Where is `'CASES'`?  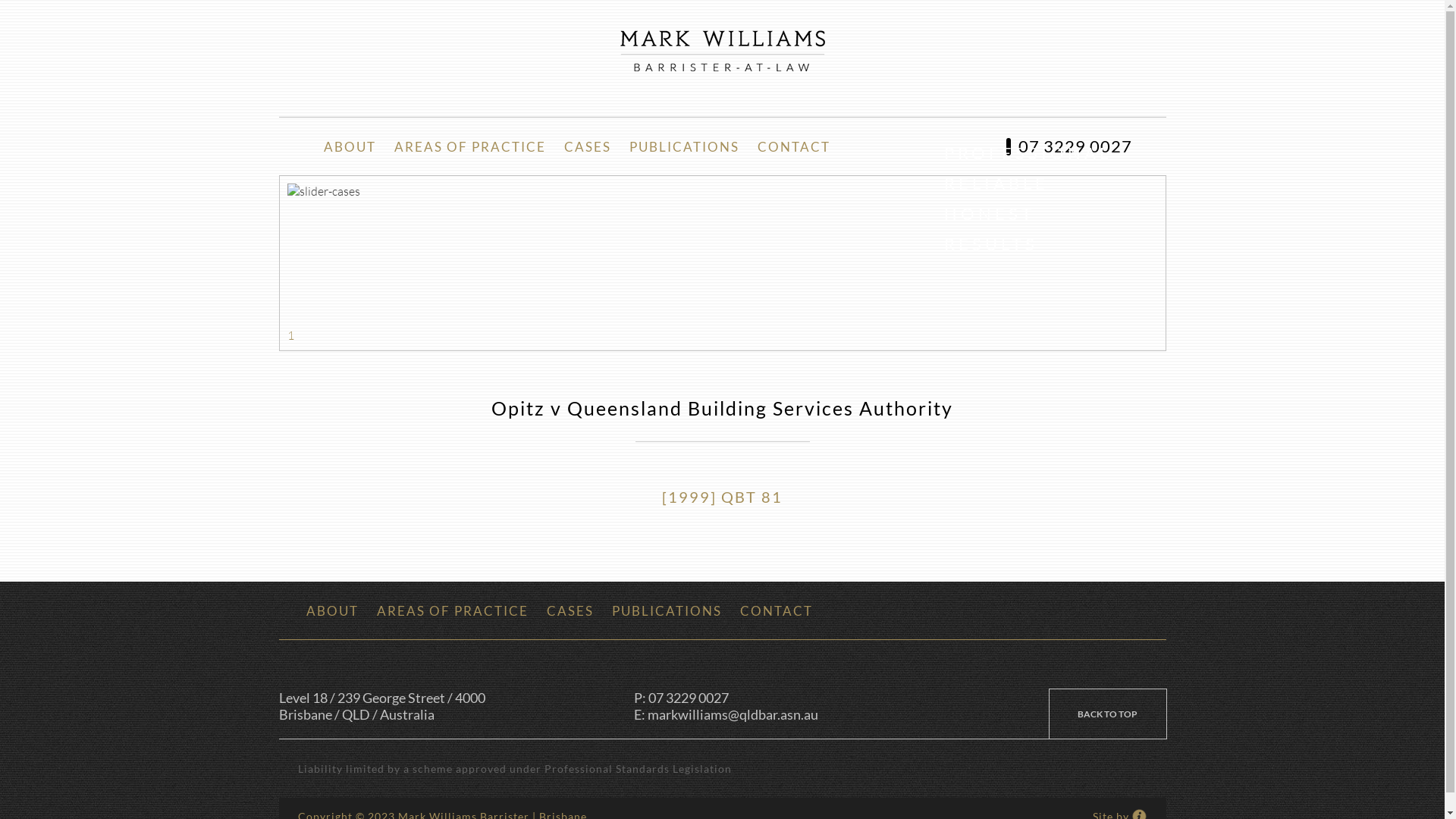 'CASES' is located at coordinates (537, 610).